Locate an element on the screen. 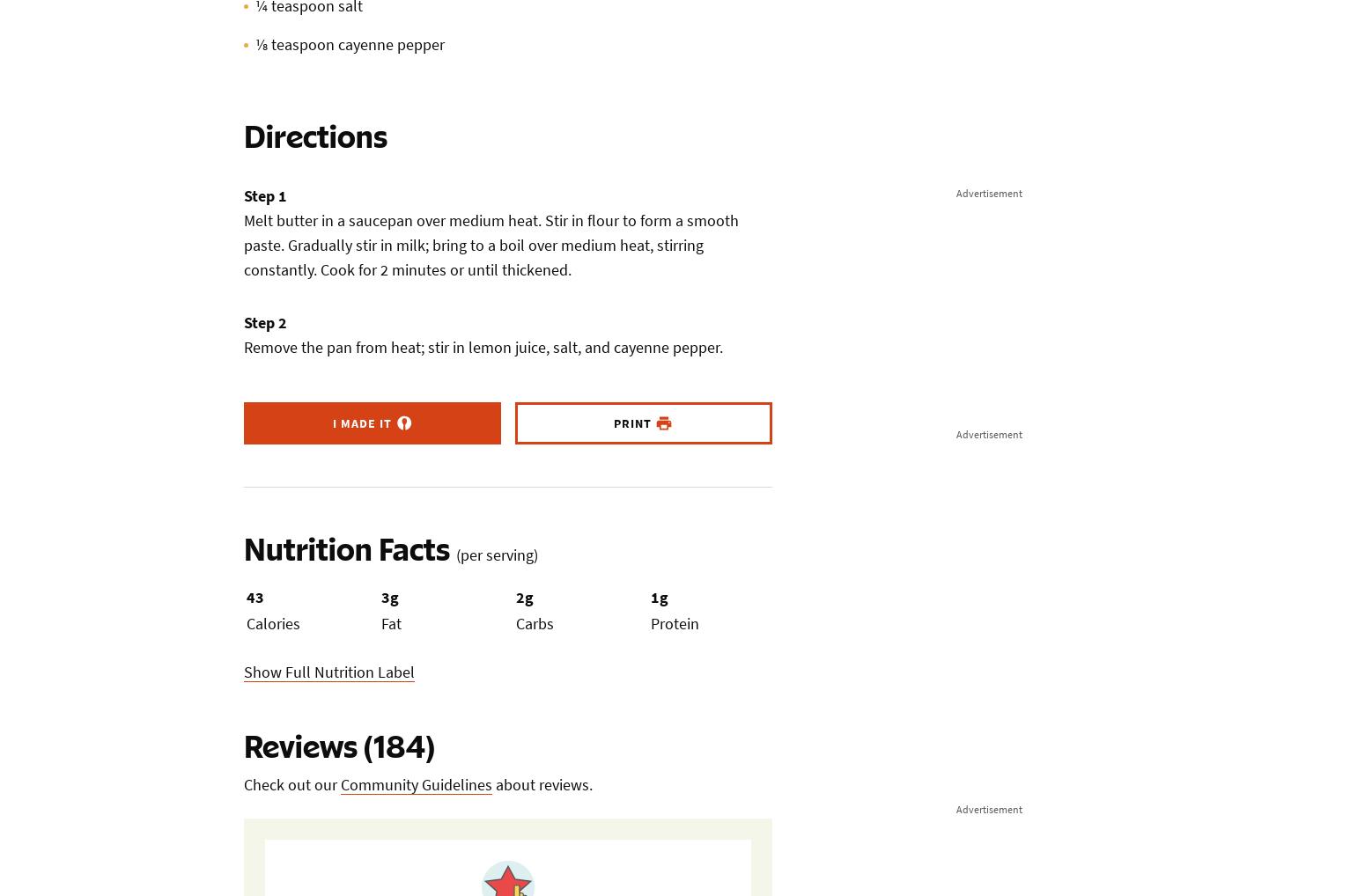 The width and height of the screenshot is (1365, 896). '1g' is located at coordinates (659, 597).